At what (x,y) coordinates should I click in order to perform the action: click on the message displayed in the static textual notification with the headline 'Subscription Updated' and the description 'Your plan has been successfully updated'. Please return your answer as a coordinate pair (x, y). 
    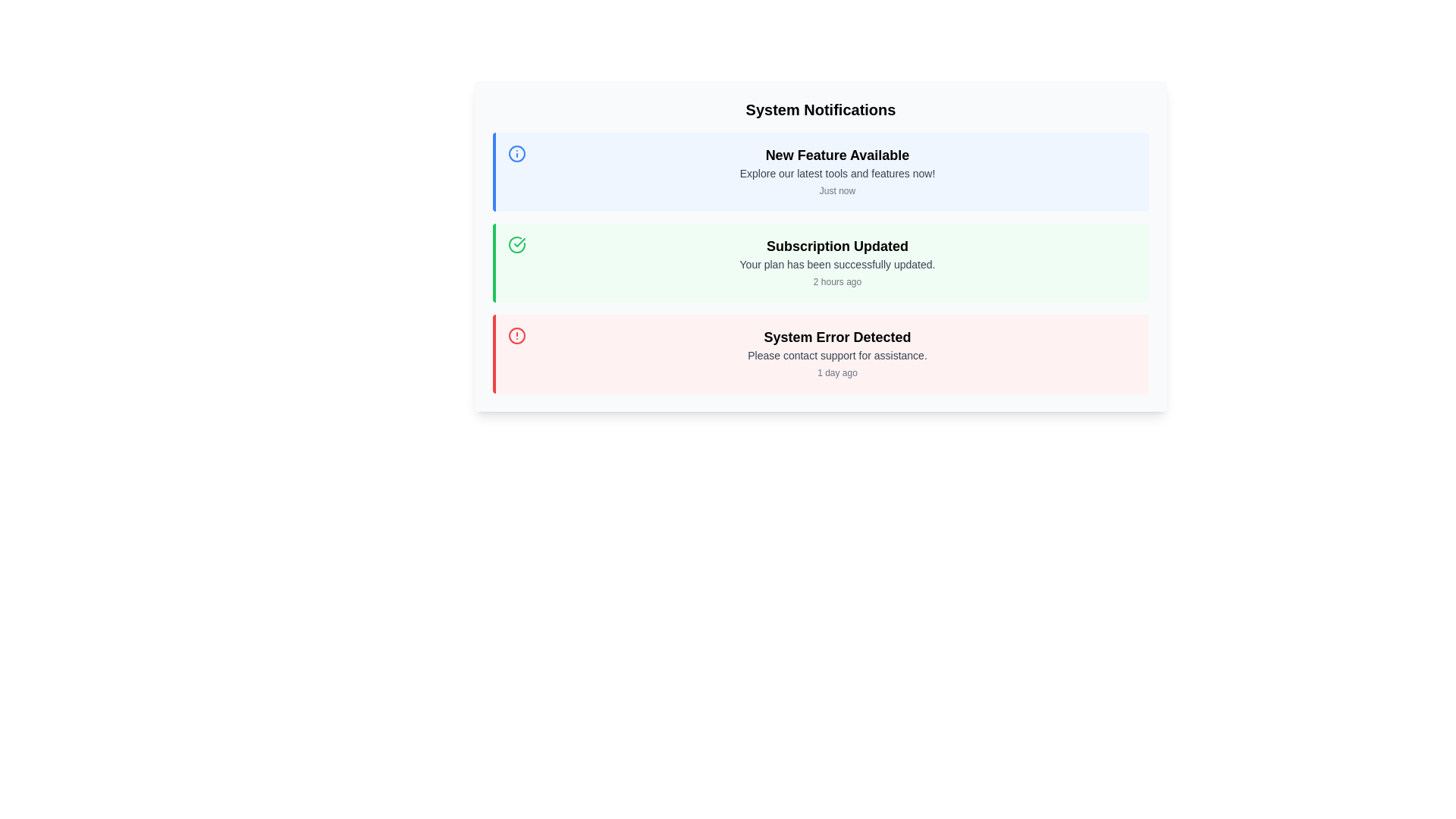
    Looking at the image, I should click on (836, 262).